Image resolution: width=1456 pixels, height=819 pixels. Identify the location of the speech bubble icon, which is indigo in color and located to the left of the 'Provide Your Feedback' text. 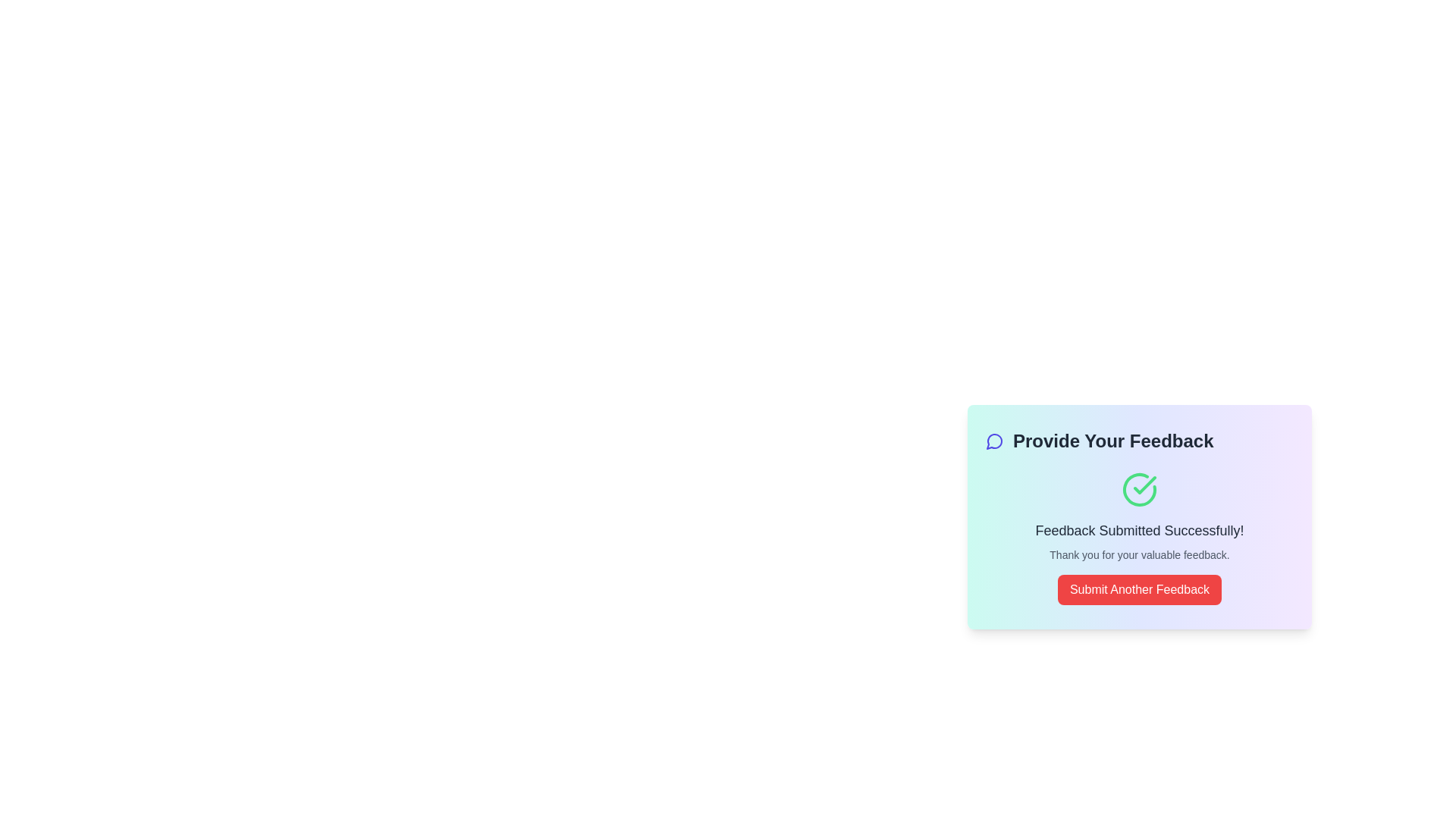
(994, 441).